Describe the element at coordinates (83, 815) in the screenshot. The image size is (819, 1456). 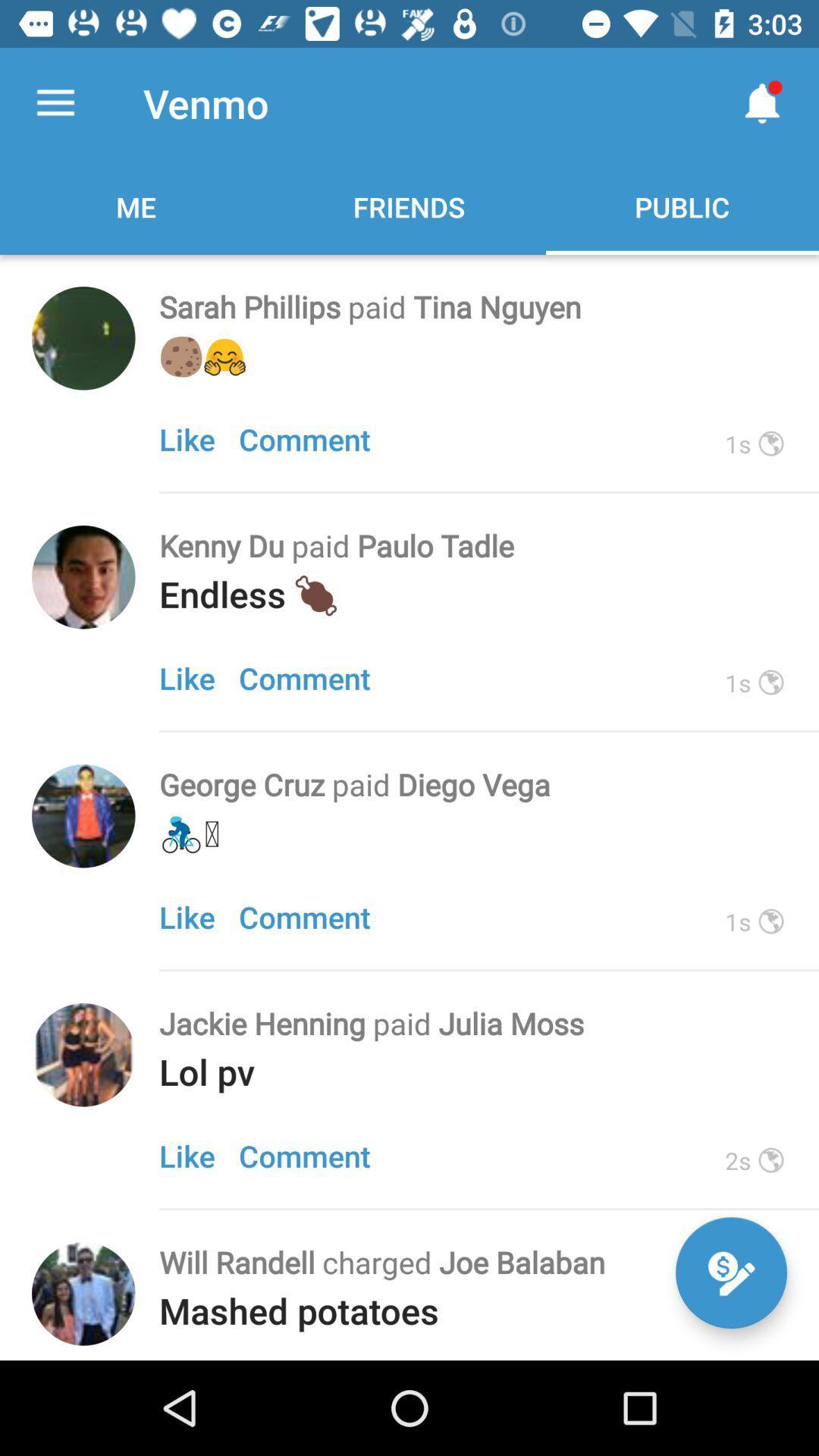
I see `user profile` at that location.